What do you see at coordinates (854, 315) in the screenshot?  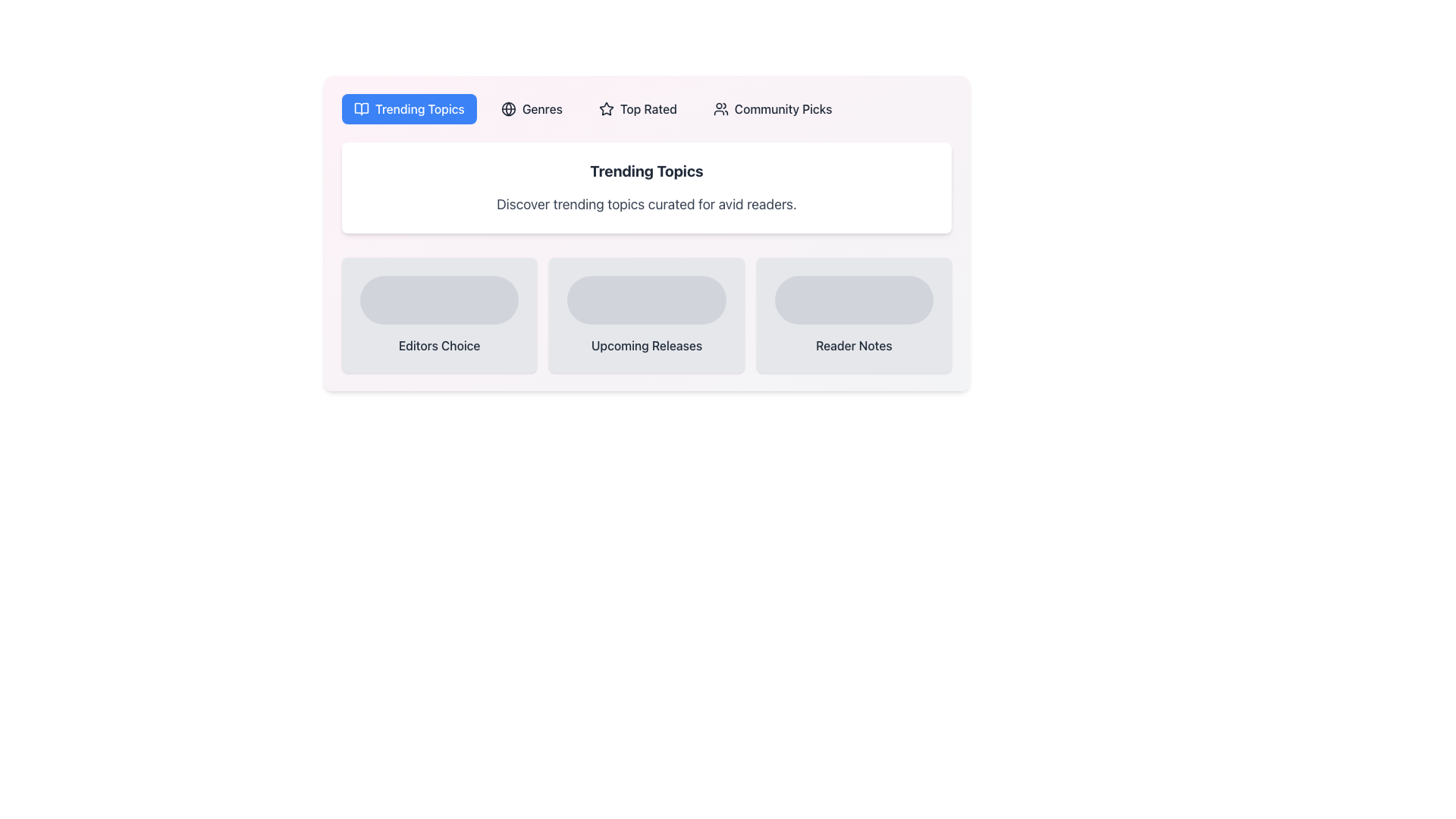 I see `the third card in the grid, which serves as a visual indicator for notes or content related to readers` at bounding box center [854, 315].